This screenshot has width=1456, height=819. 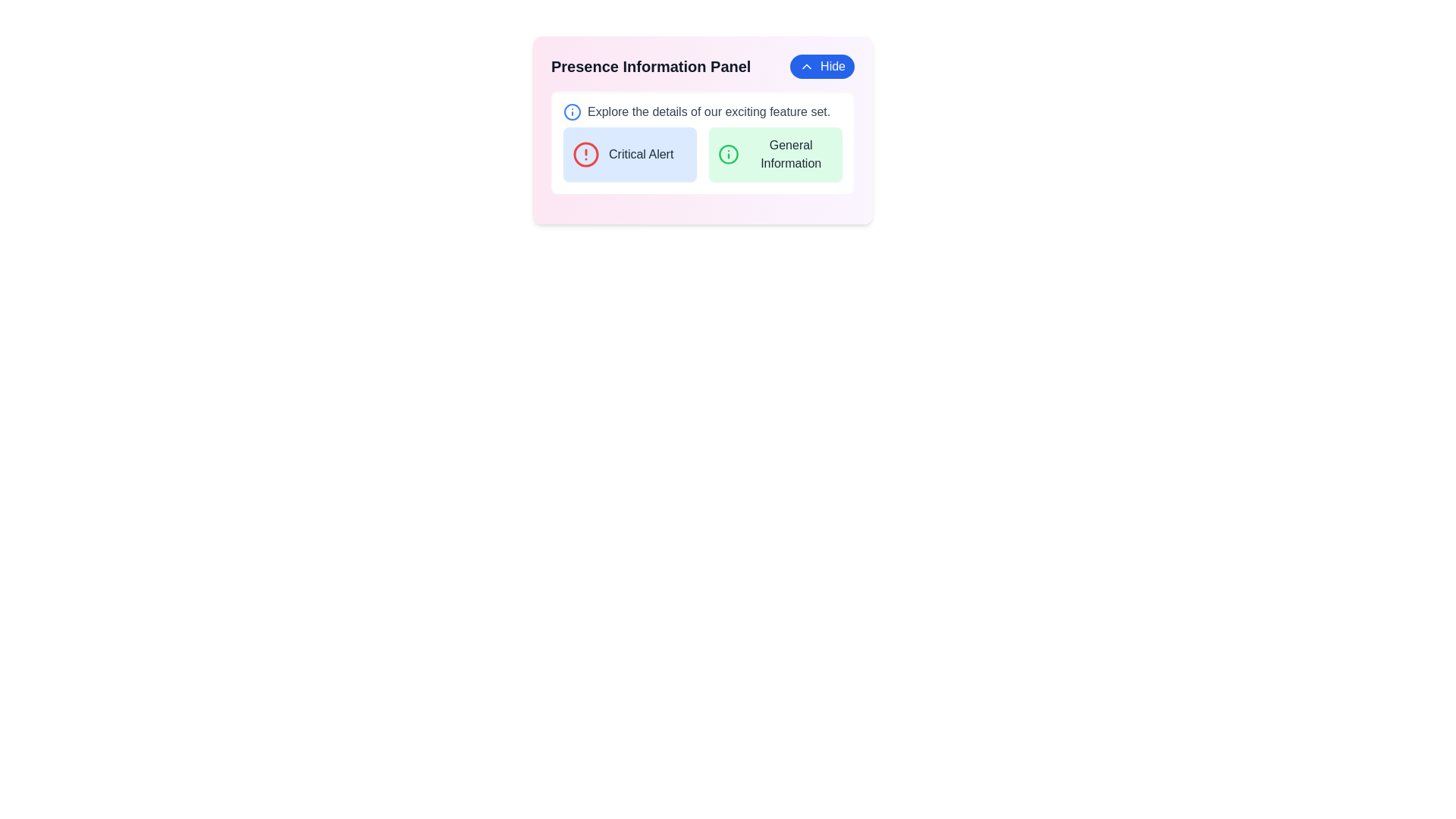 What do you see at coordinates (821, 66) in the screenshot?
I see `the blue button with a white arrow icon pointing upwards and the text 'Hide'` at bounding box center [821, 66].